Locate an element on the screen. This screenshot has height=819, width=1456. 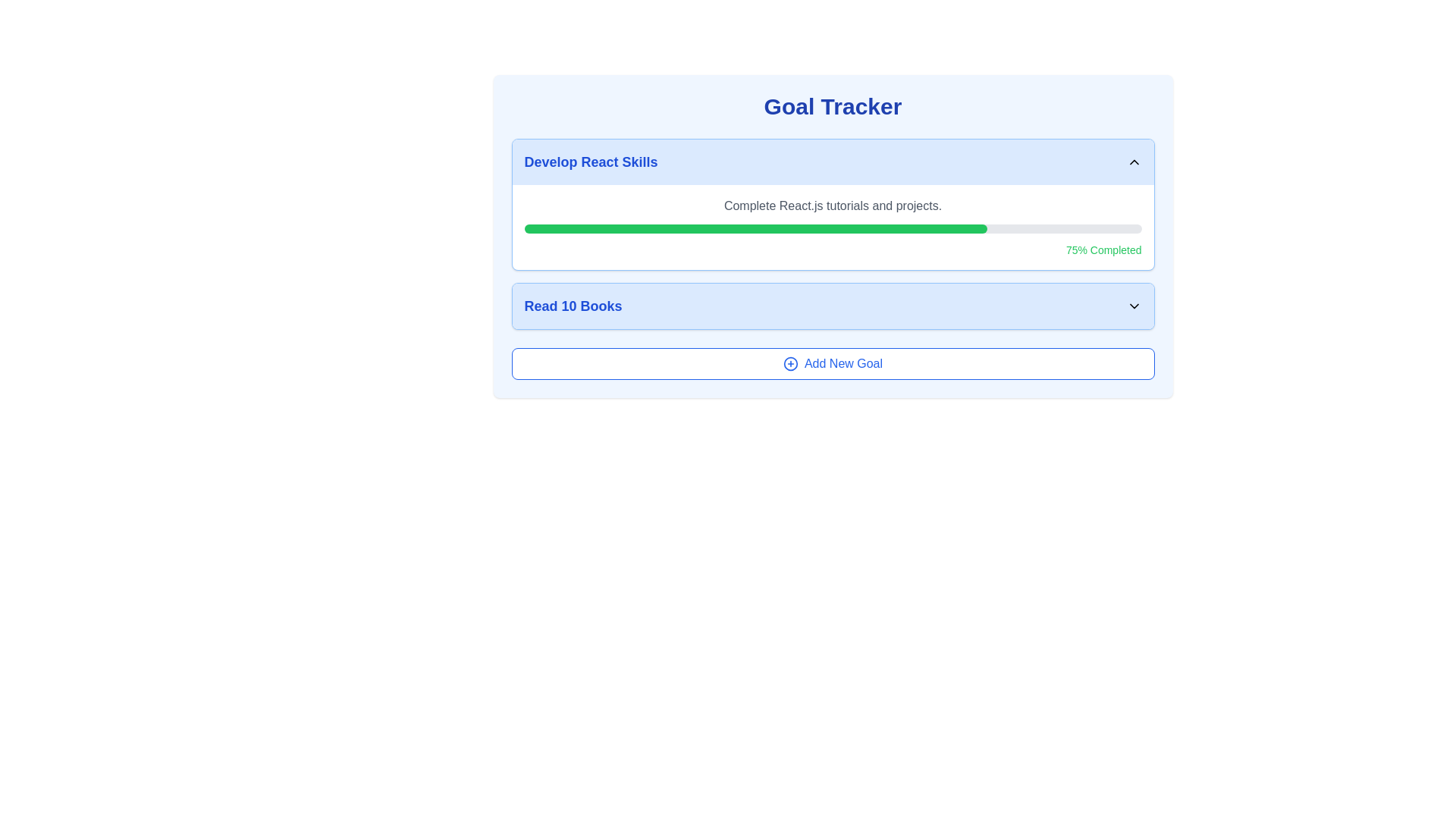
the label displaying 'Complete React.js tutorials and projects.' in gray font, located in the 'Develop React Skills' section of the 'Goal Tracker' interface is located at coordinates (832, 206).